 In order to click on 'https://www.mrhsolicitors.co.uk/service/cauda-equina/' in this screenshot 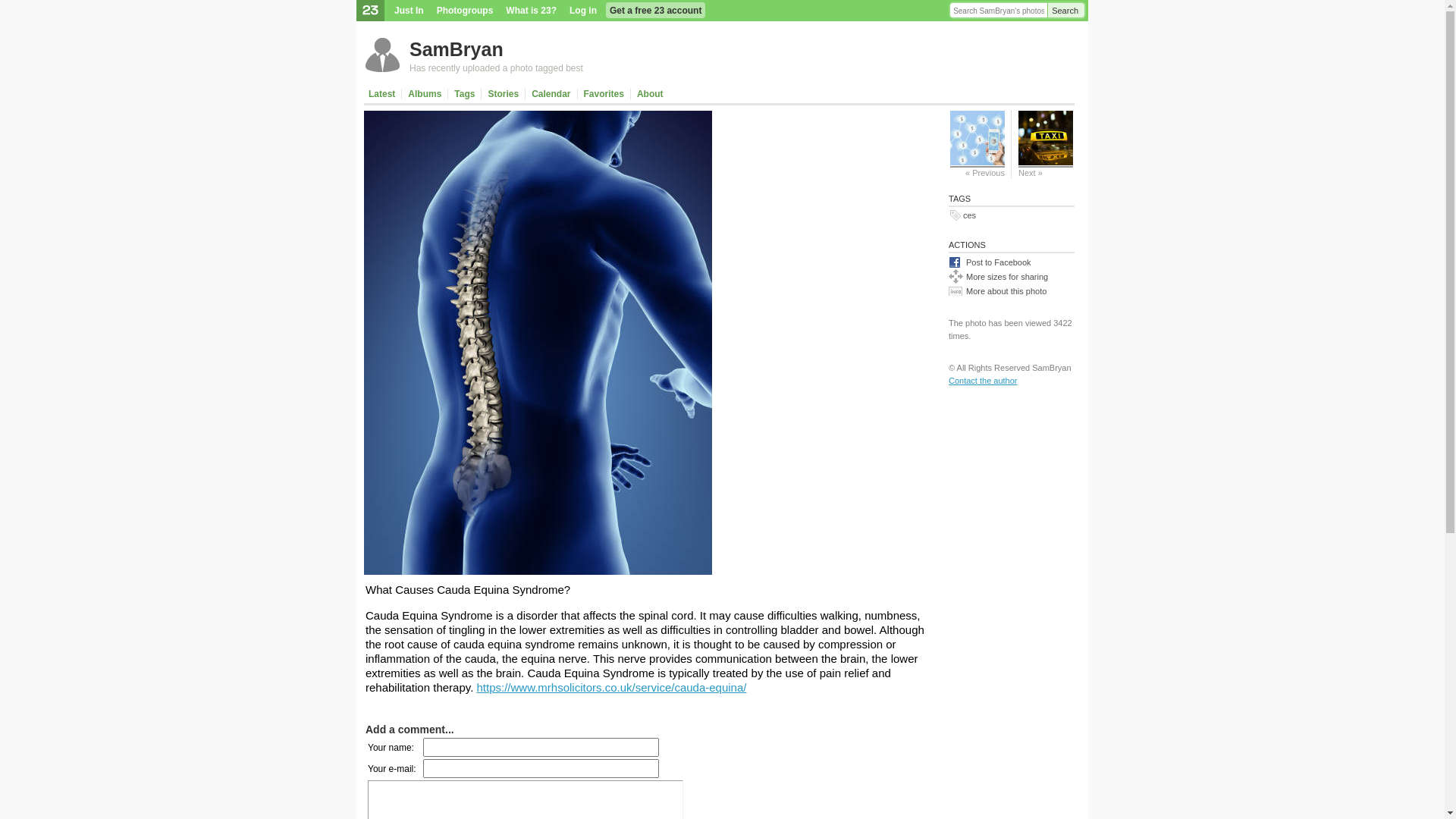, I will do `click(611, 687)`.